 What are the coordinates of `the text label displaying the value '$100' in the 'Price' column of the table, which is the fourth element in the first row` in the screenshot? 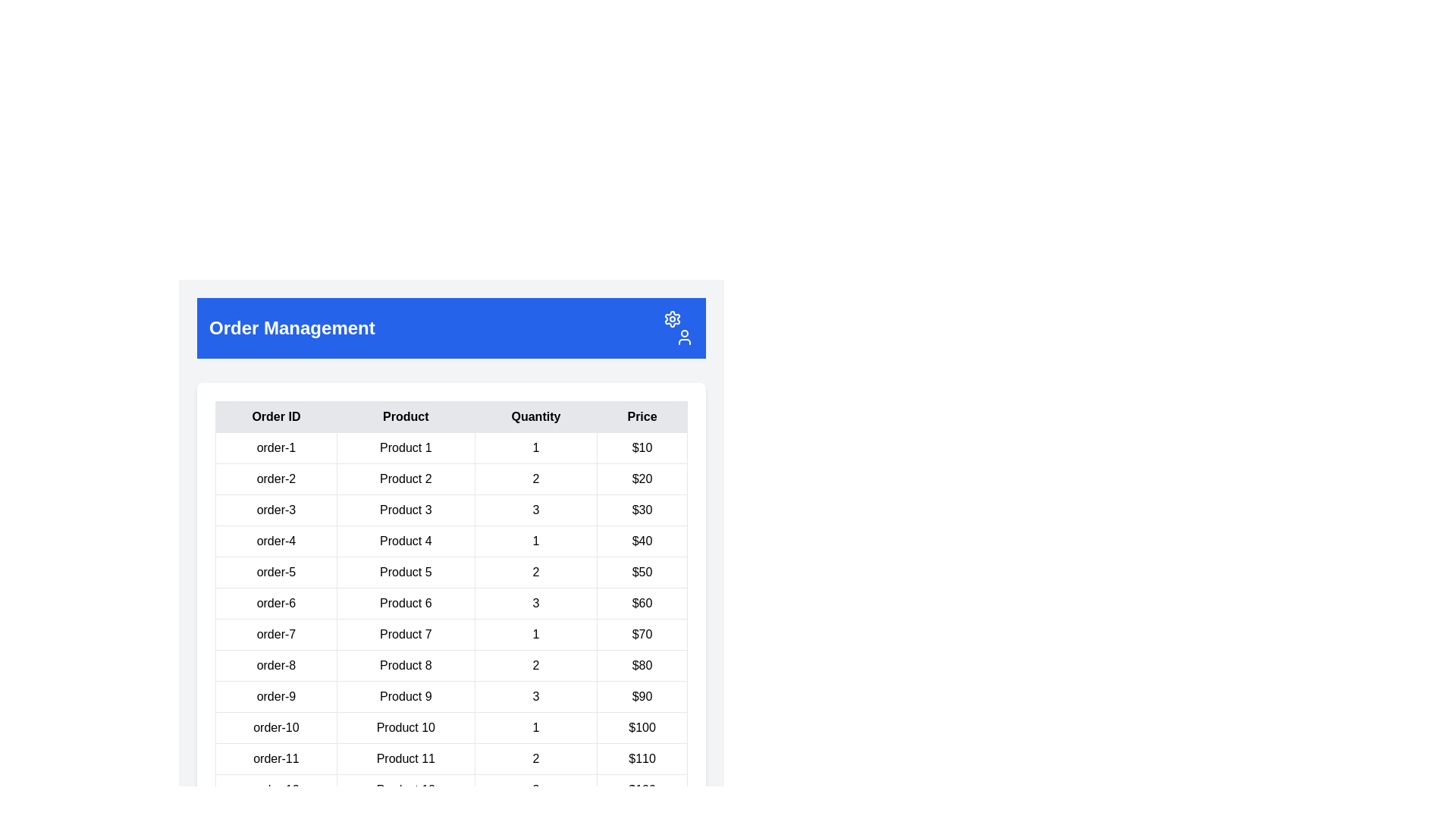 It's located at (642, 727).